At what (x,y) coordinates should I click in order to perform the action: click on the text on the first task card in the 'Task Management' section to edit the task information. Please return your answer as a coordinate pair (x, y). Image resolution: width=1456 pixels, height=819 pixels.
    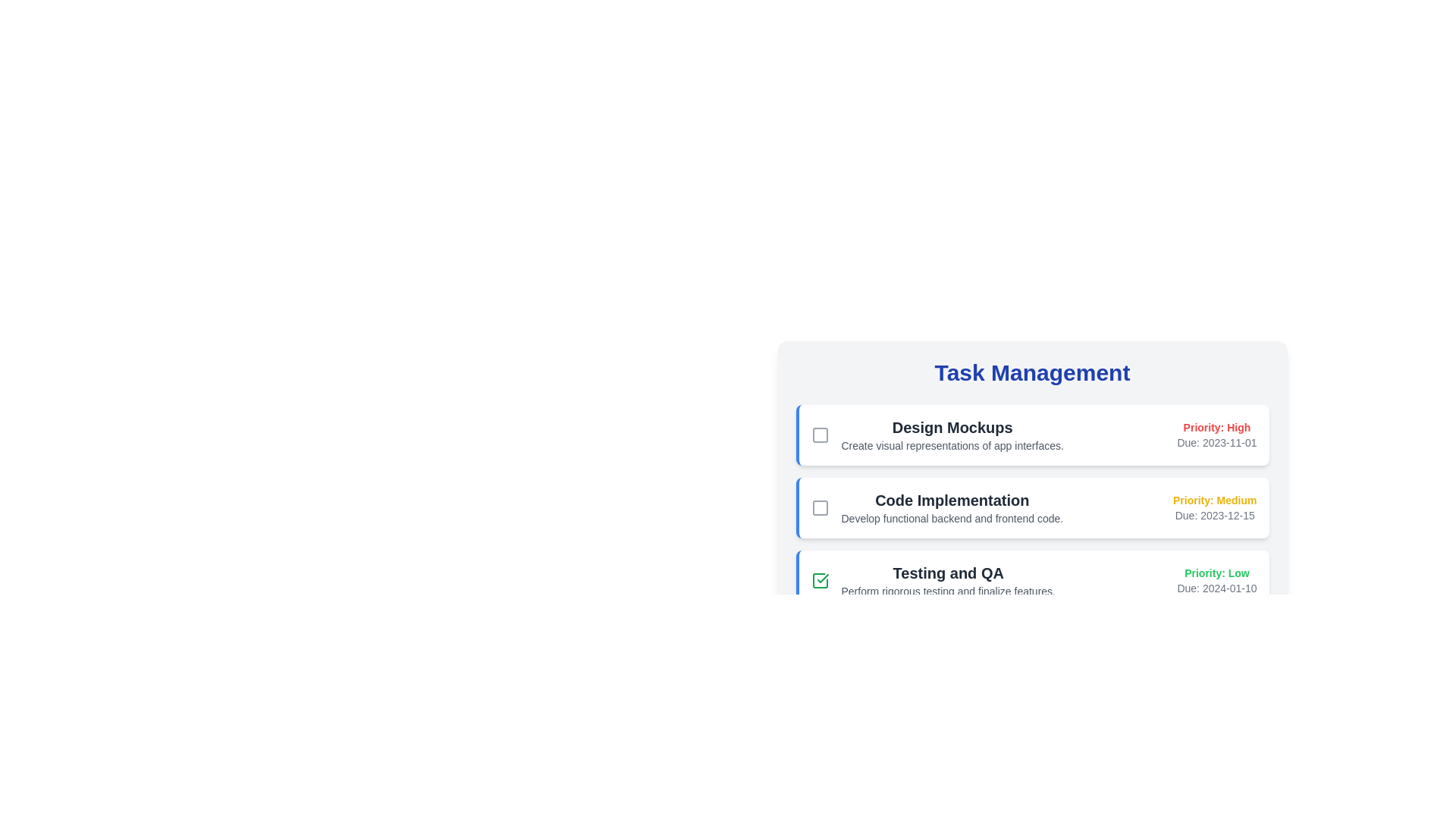
    Looking at the image, I should click on (1031, 435).